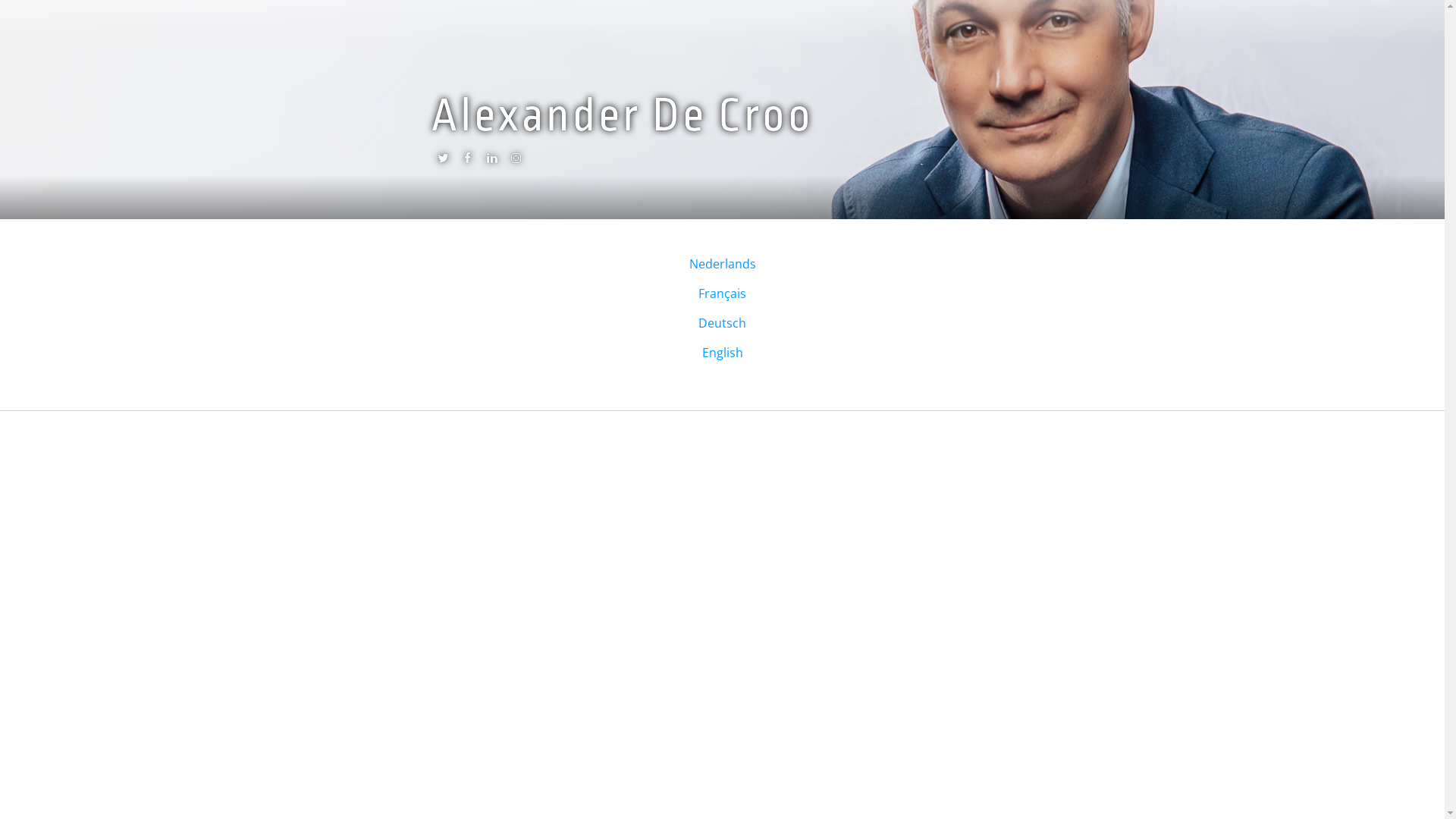  Describe the element at coordinates (721, 322) in the screenshot. I see `'Deutsch'` at that location.